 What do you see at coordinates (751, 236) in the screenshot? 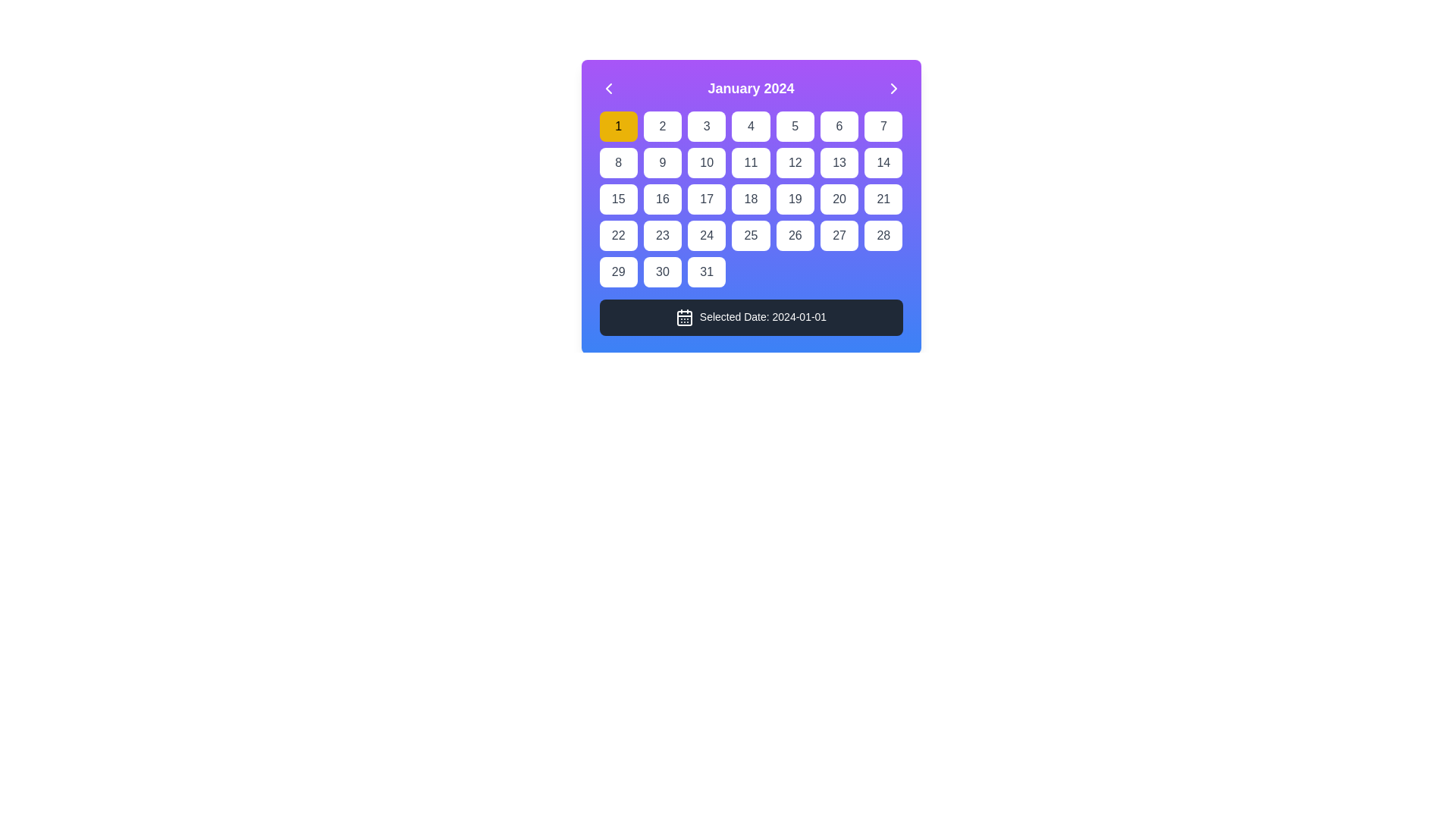
I see `the button representing the 25th day of January 2024` at bounding box center [751, 236].